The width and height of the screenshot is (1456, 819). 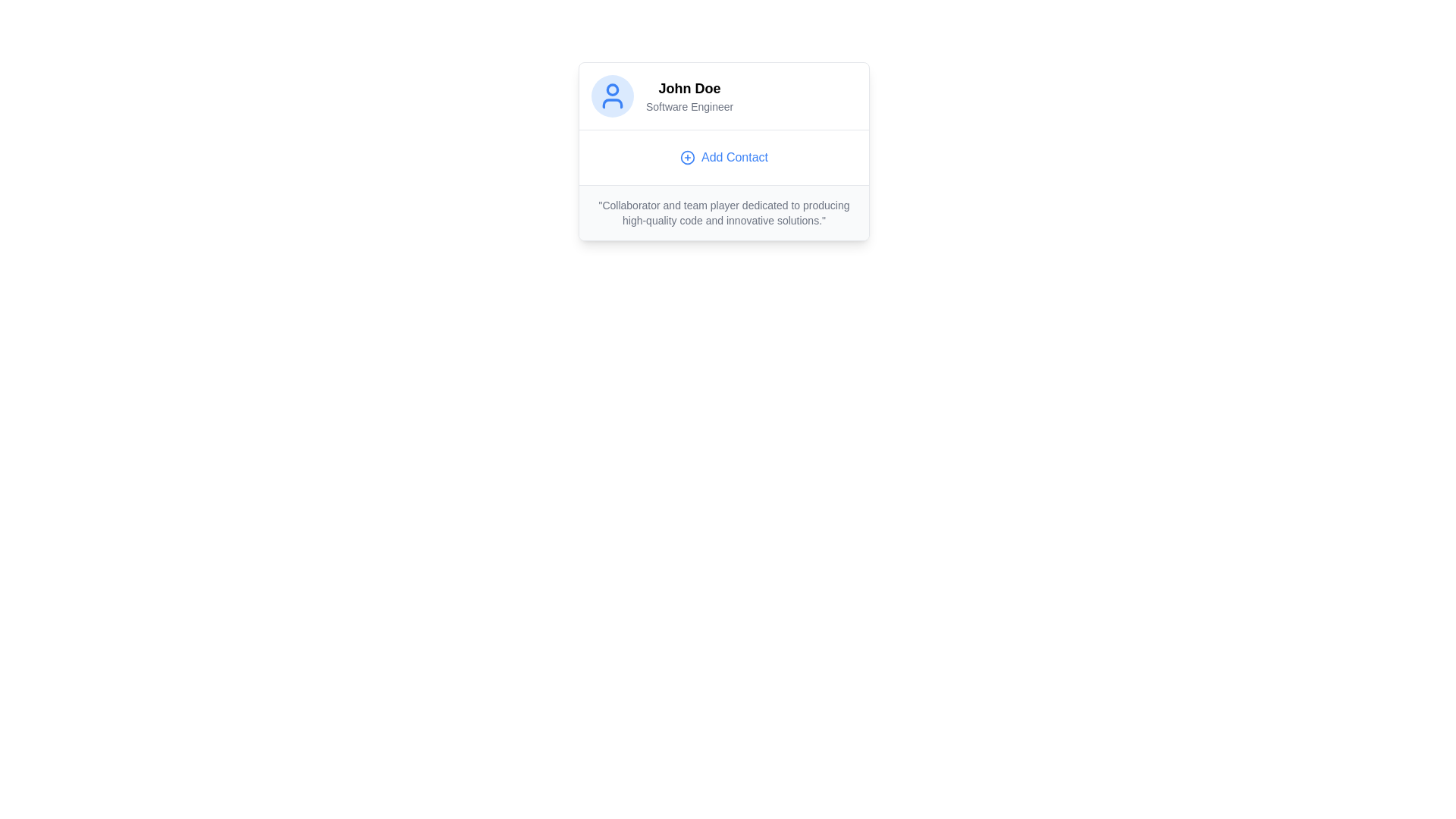 I want to click on the 'Add Contact' button styled in blue font within John Doe's profile card, so click(x=723, y=157).